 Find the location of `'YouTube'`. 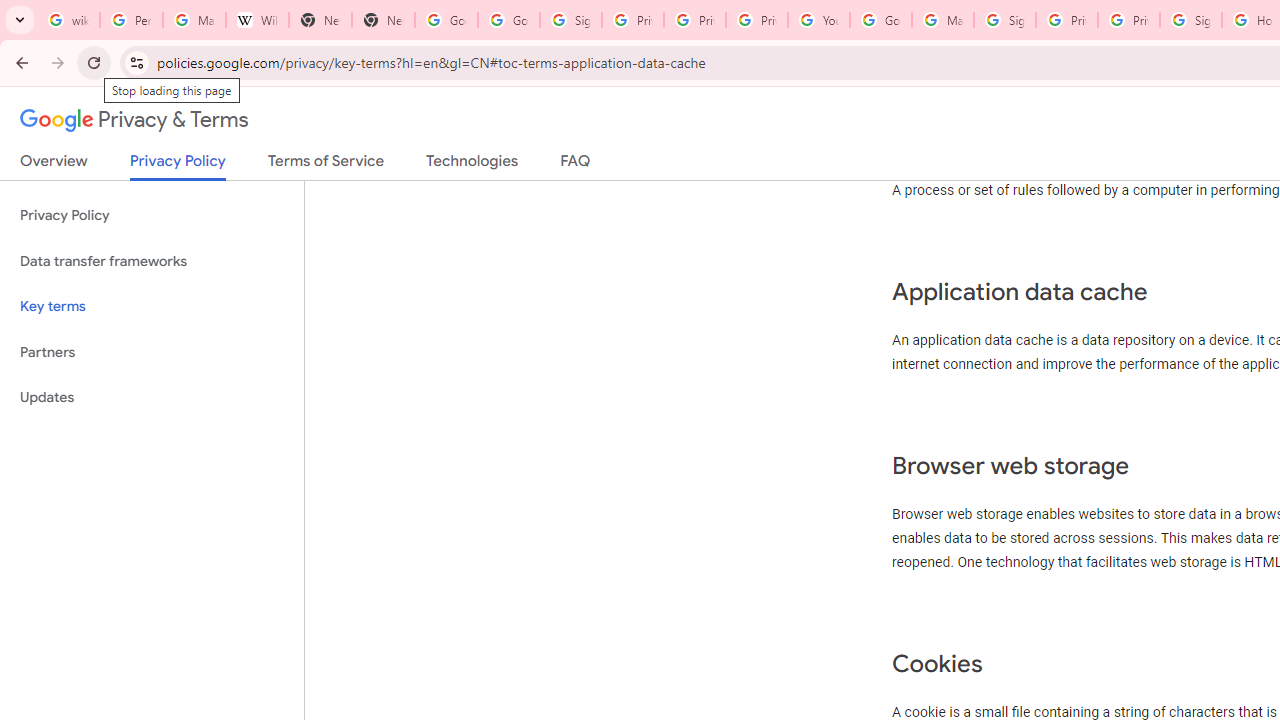

'YouTube' is located at coordinates (819, 20).